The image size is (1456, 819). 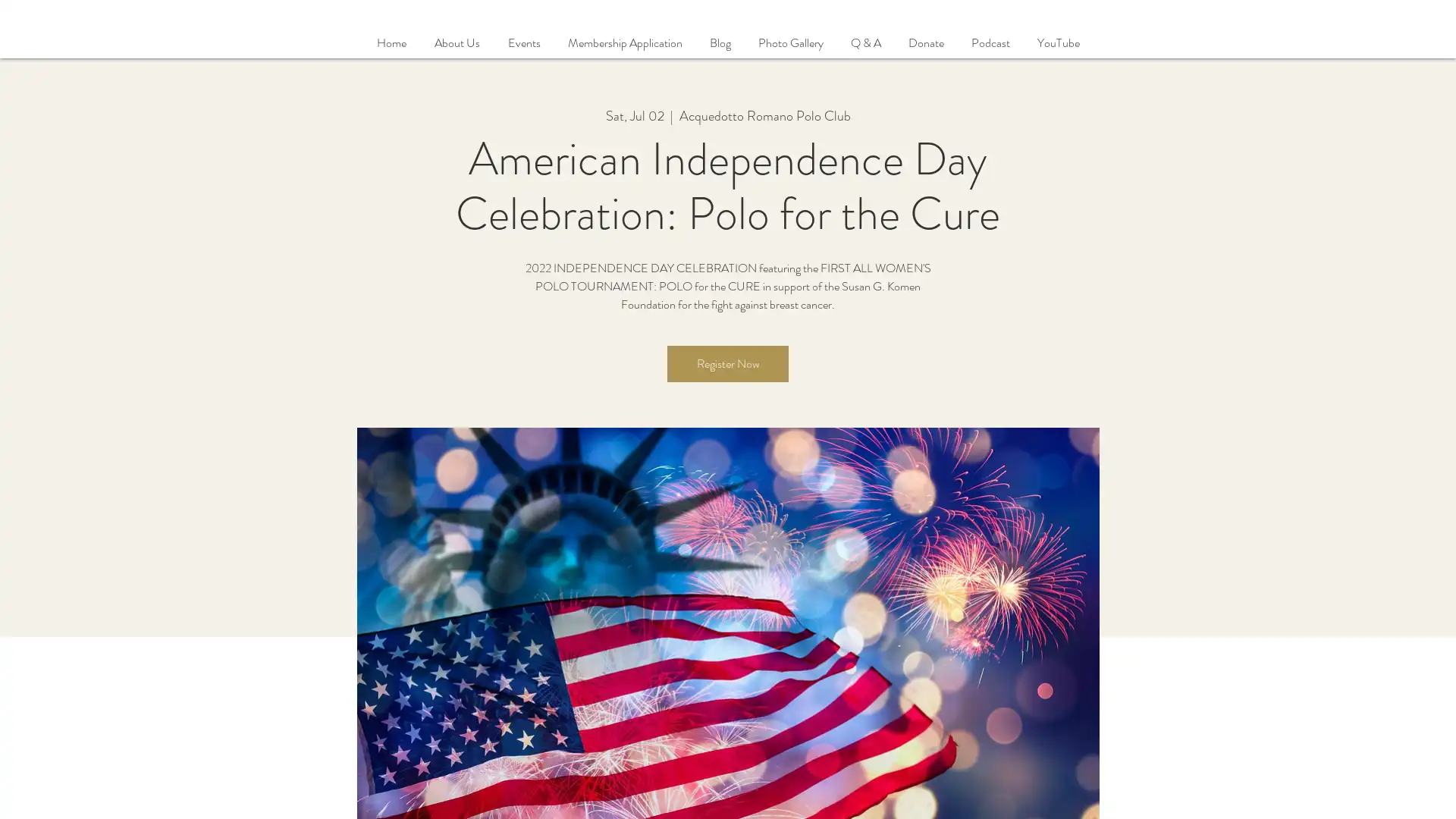 I want to click on Register Now, so click(x=728, y=363).